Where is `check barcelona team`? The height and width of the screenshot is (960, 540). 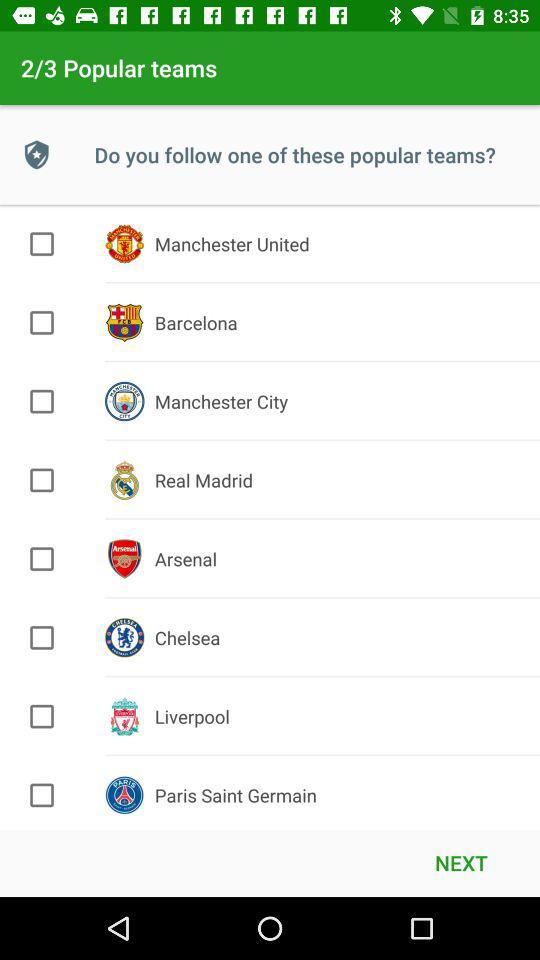
check barcelona team is located at coordinates (42, 322).